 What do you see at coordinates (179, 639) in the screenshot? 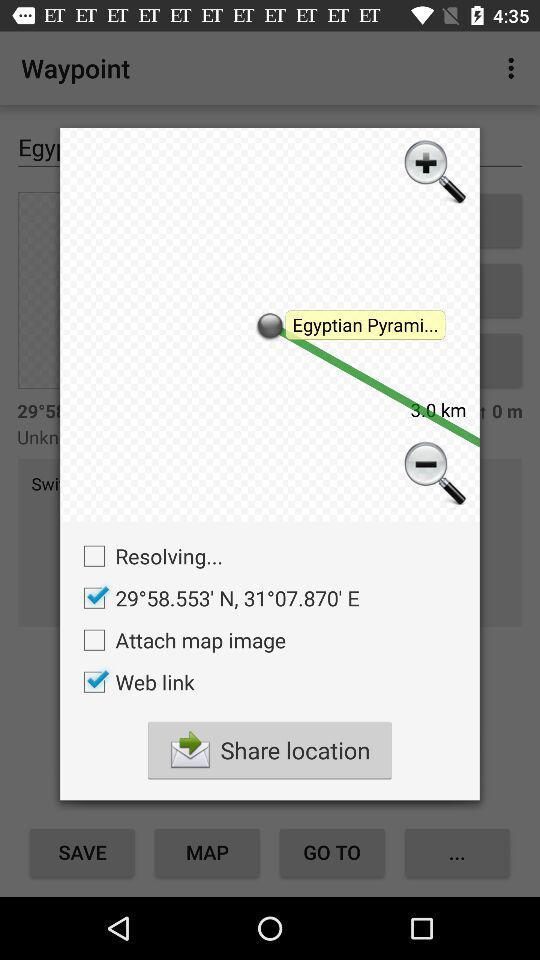
I see `checkbox above web link` at bounding box center [179, 639].